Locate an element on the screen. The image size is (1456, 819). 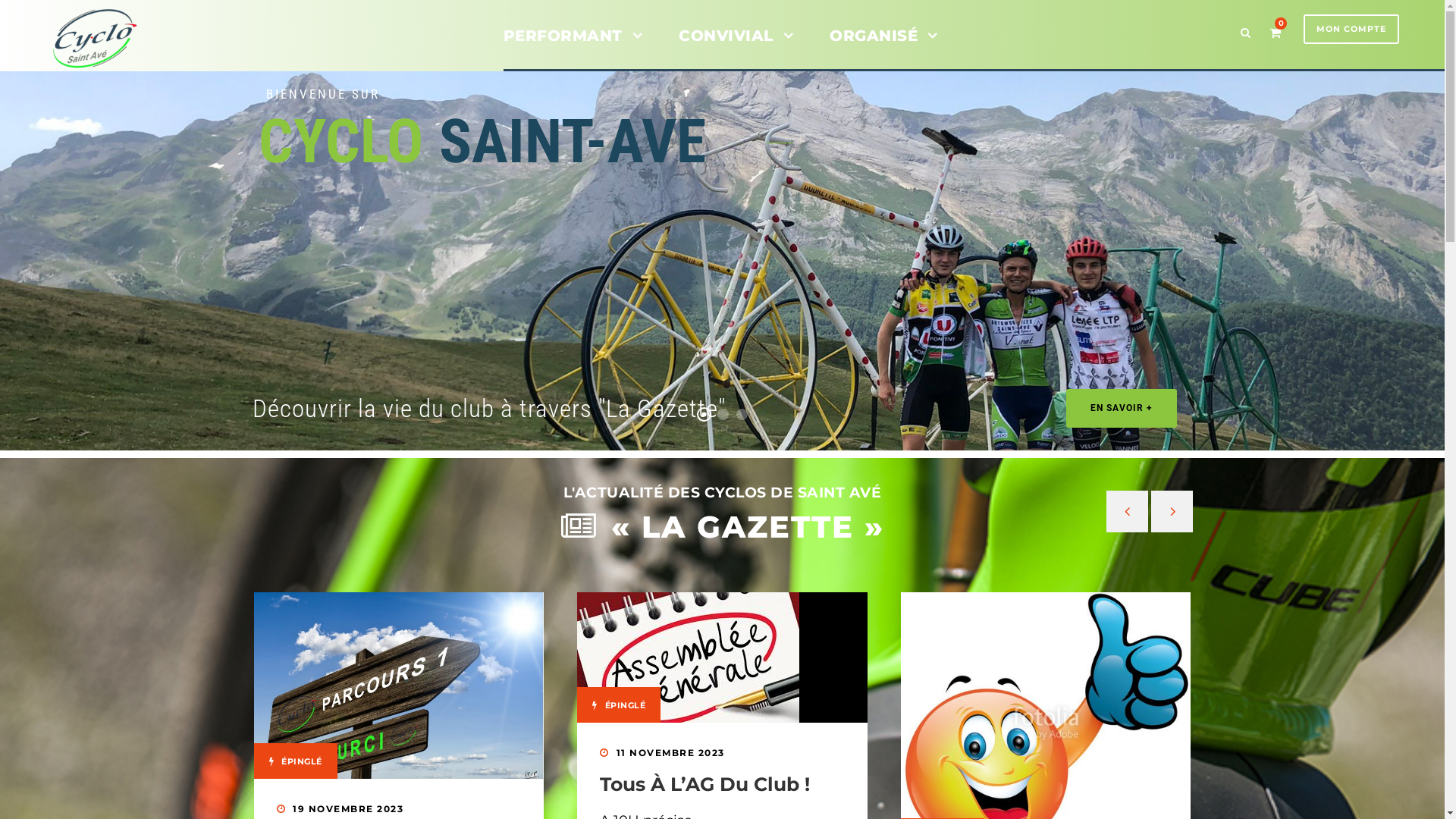
'CONVIVIAL' is located at coordinates (736, 45).